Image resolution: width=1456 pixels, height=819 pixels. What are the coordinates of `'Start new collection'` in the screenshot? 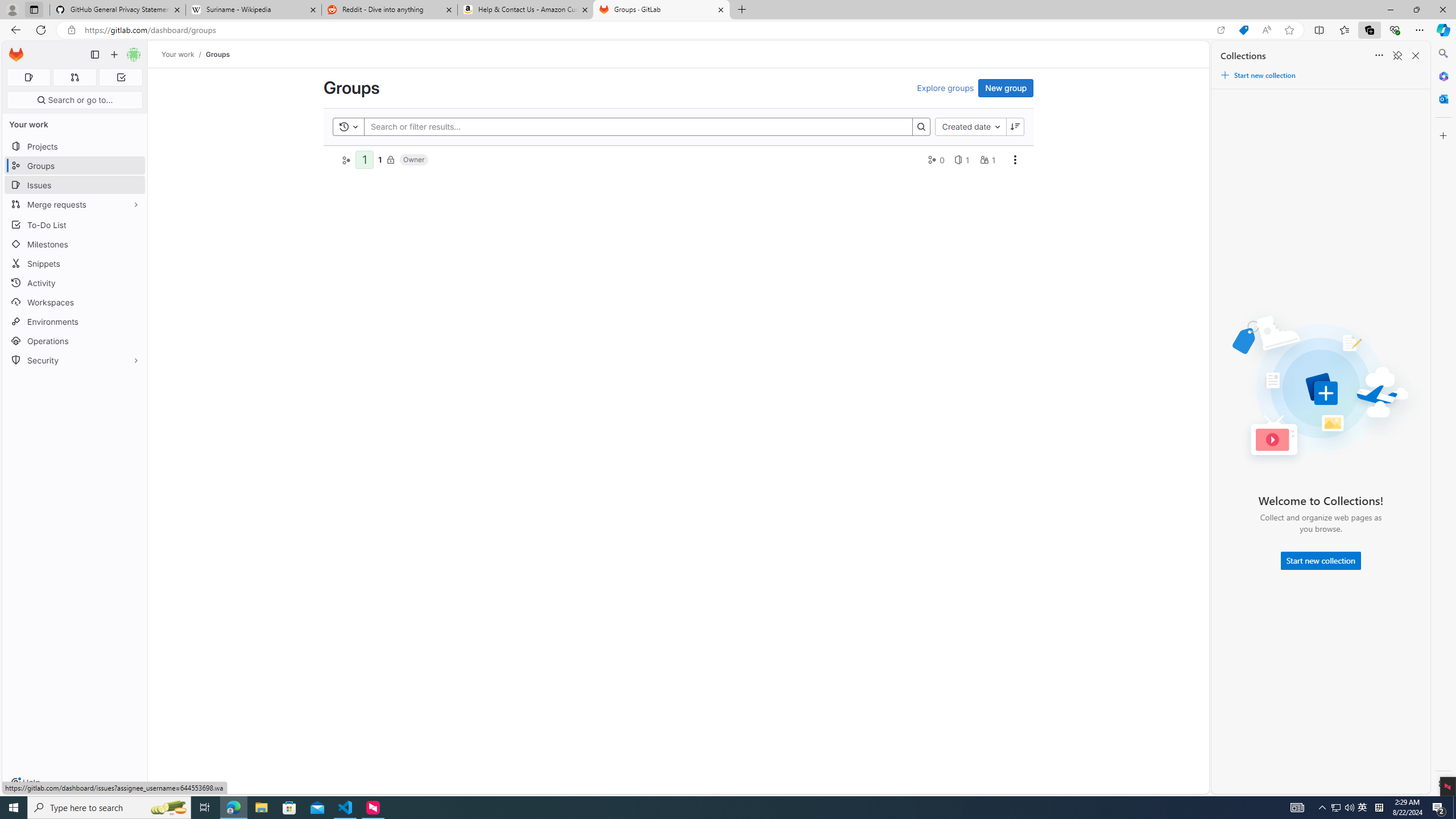 It's located at (1321, 560).